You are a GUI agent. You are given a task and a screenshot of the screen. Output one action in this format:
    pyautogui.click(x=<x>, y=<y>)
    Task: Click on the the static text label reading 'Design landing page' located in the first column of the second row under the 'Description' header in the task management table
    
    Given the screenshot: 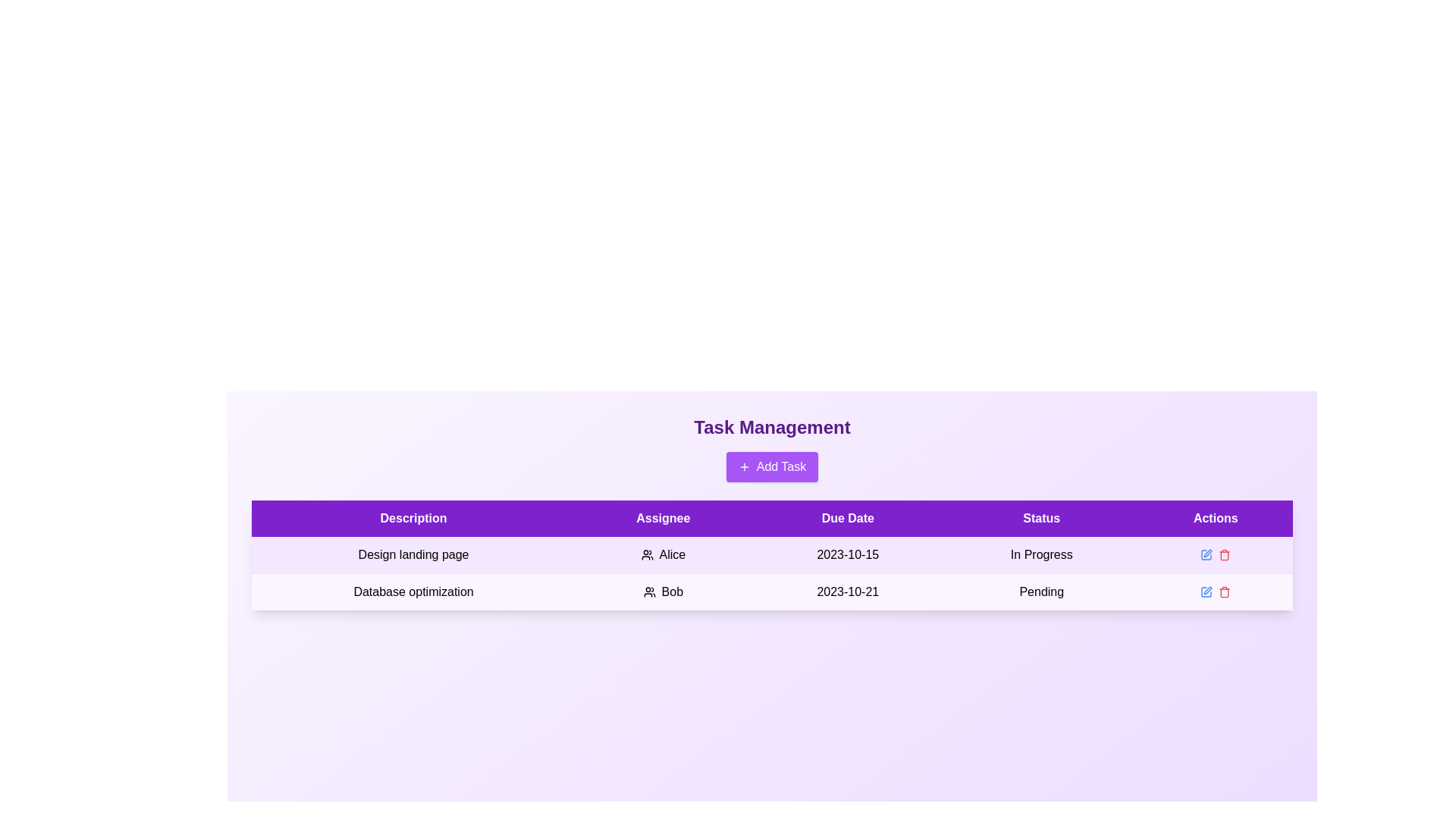 What is the action you would take?
    pyautogui.click(x=413, y=555)
    